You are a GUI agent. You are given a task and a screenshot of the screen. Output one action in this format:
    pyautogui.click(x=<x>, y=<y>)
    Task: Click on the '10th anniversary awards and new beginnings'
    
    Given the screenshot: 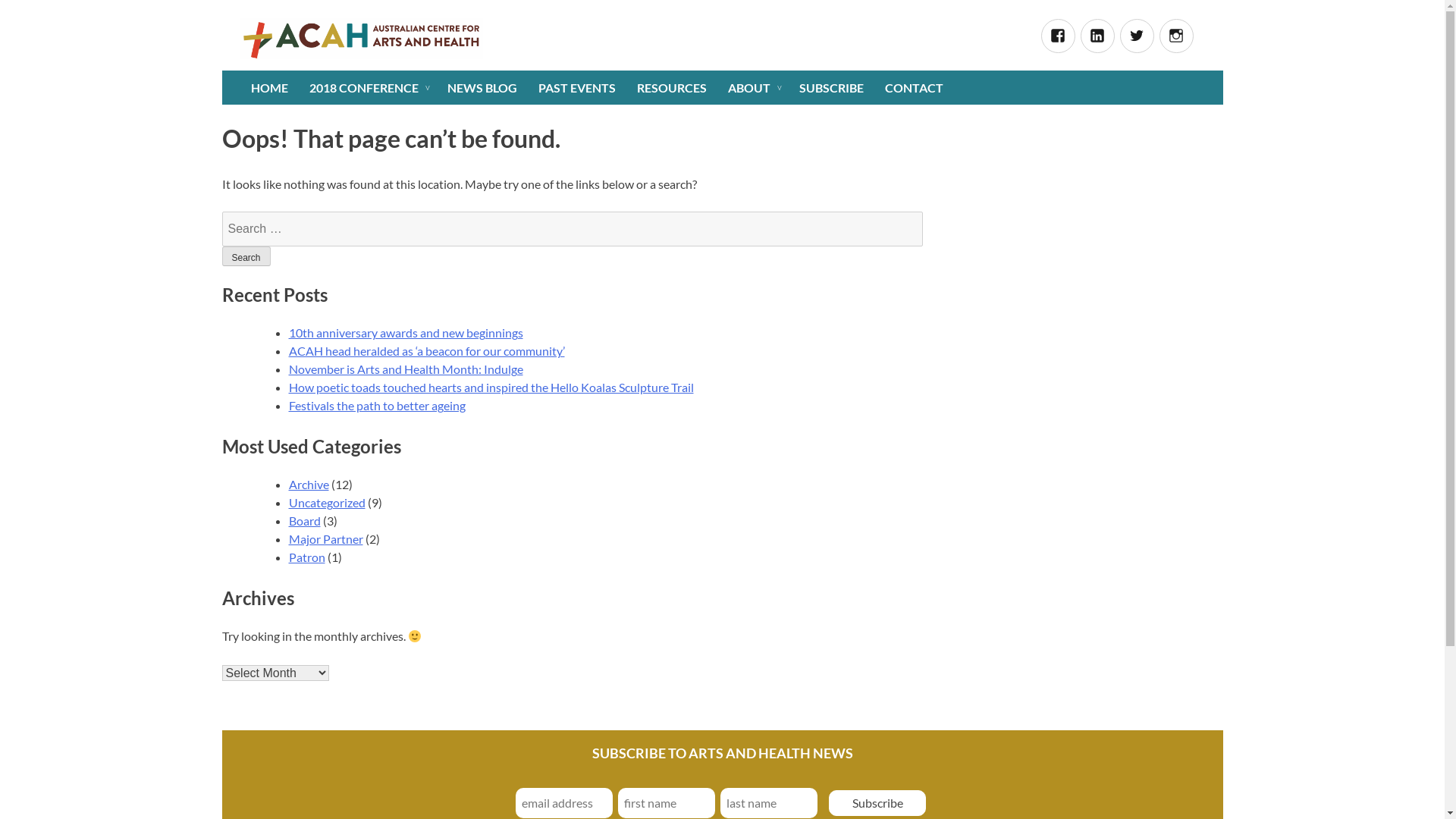 What is the action you would take?
    pyautogui.click(x=405, y=331)
    